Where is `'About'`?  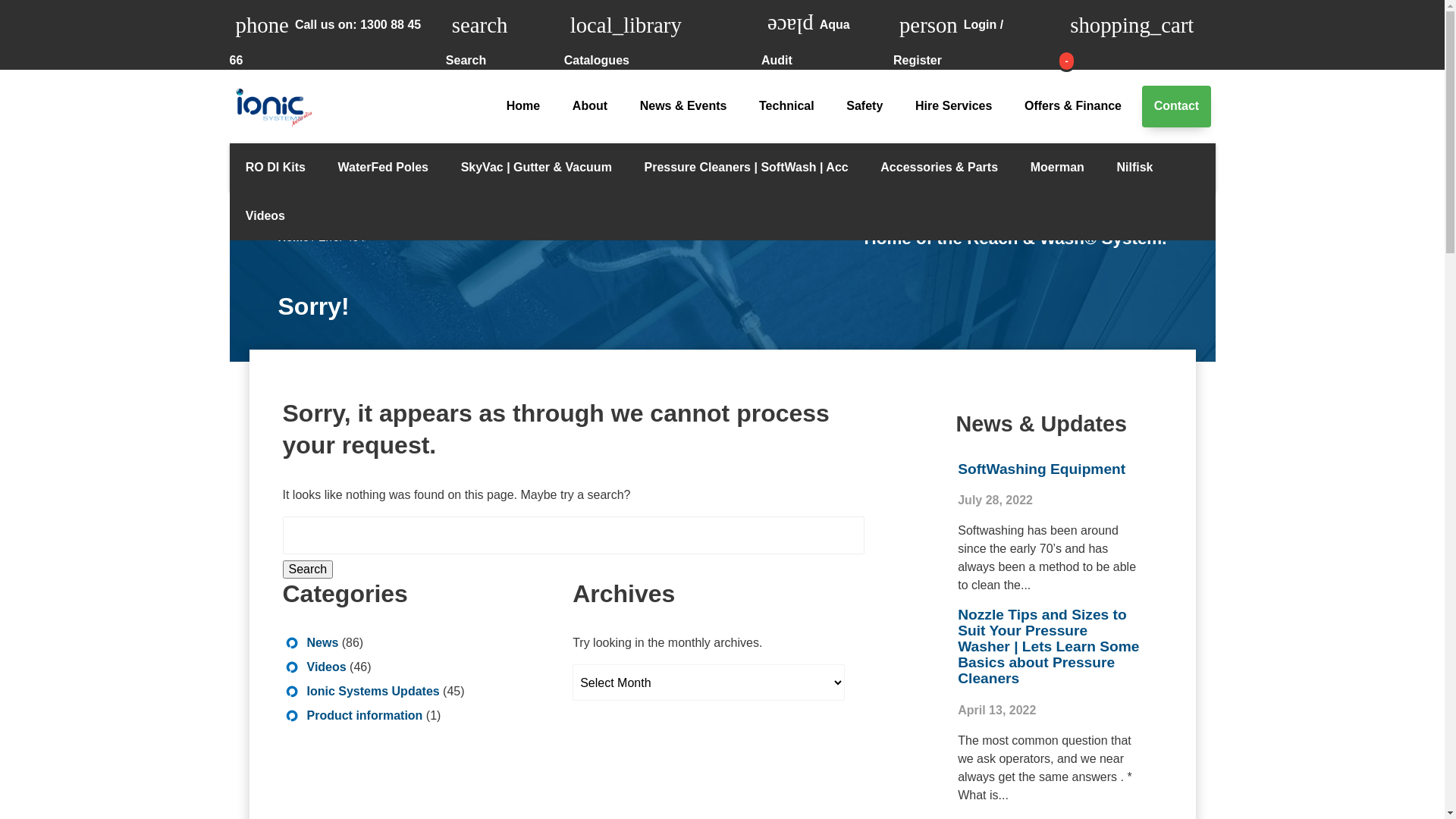
'About' is located at coordinates (589, 105).